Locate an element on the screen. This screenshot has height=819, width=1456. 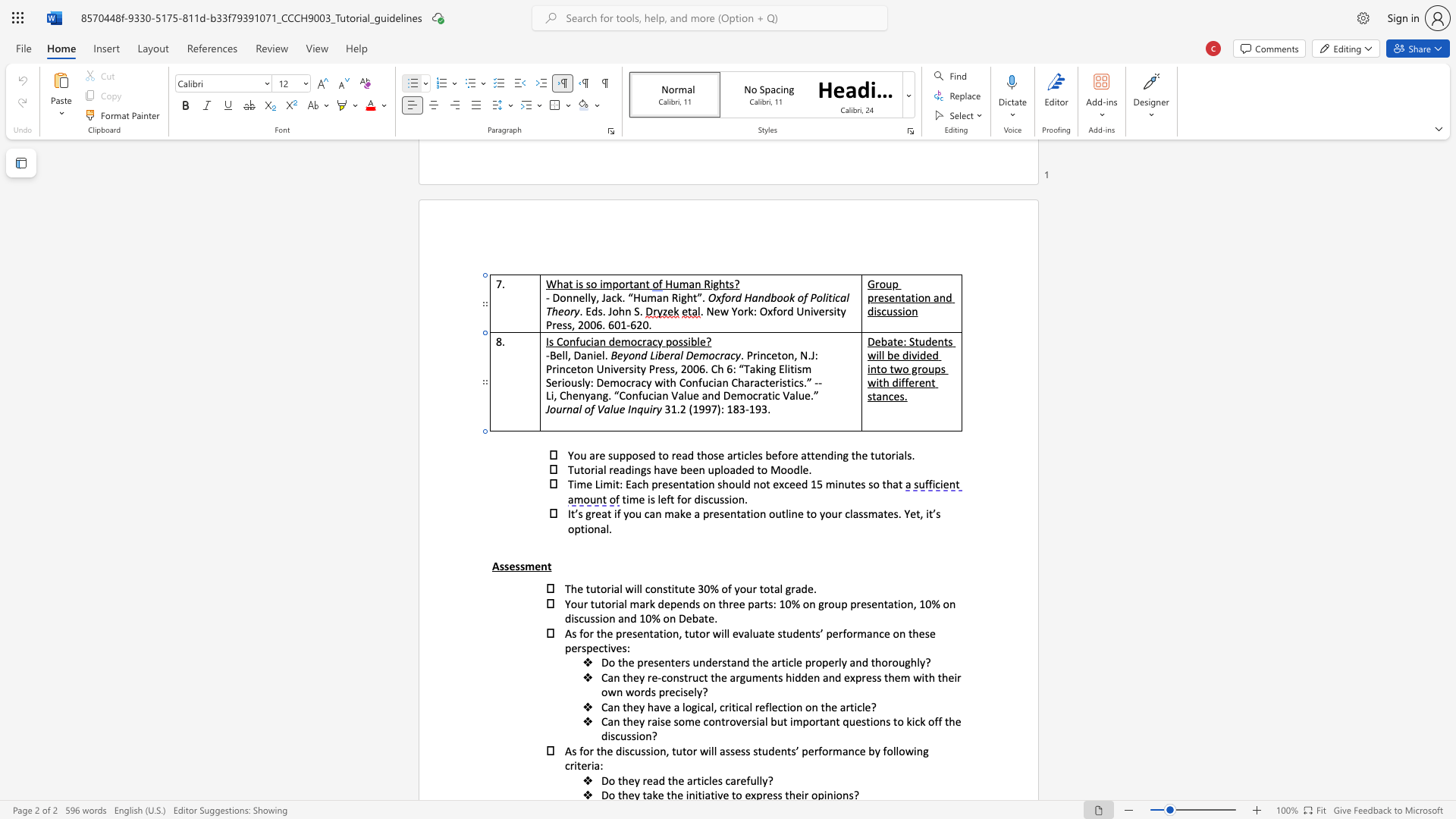
the 8th character "s" in the text is located at coordinates (748, 751).